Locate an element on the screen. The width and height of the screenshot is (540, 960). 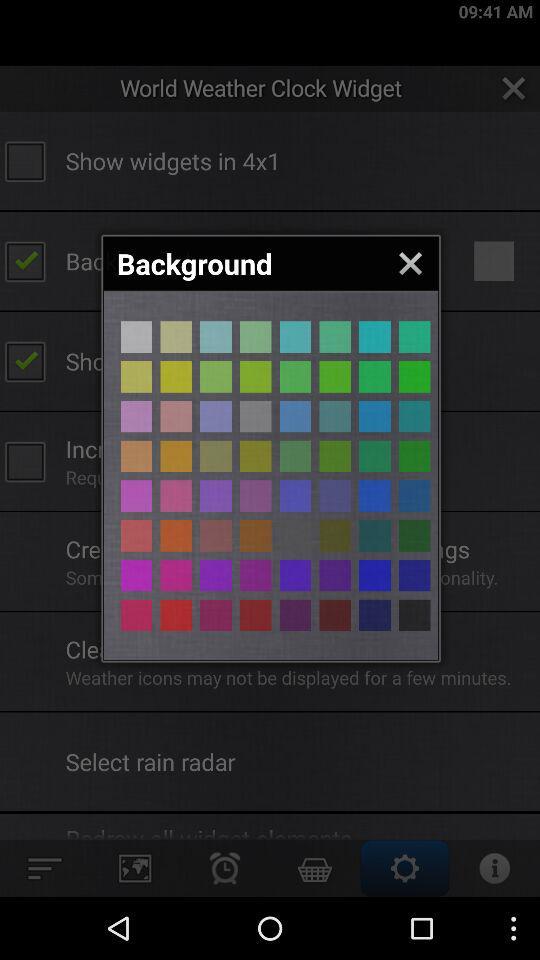
choose a color is located at coordinates (374, 614).